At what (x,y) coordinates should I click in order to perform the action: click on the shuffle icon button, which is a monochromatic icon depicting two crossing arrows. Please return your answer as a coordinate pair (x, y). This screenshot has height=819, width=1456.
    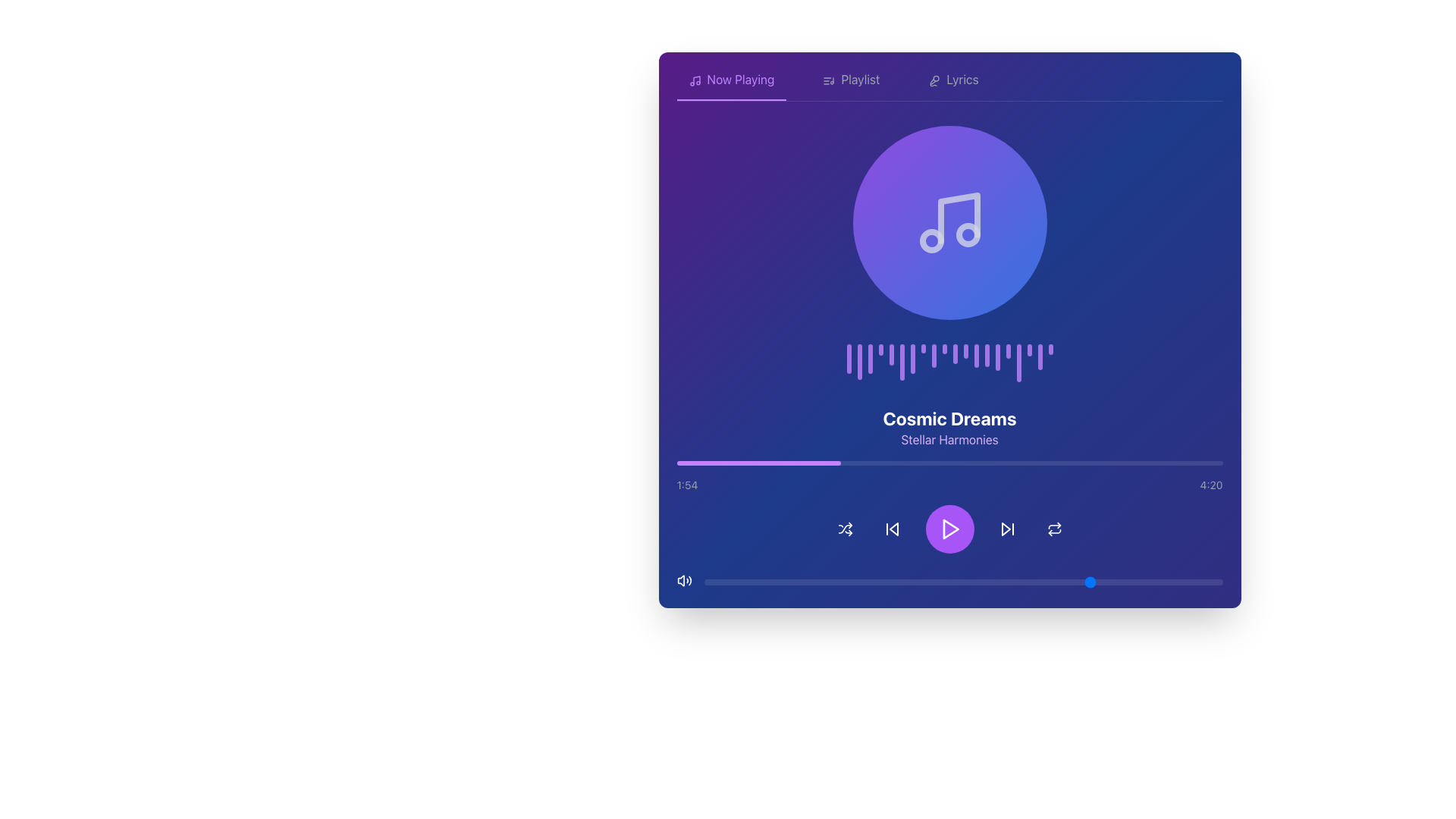
    Looking at the image, I should click on (844, 529).